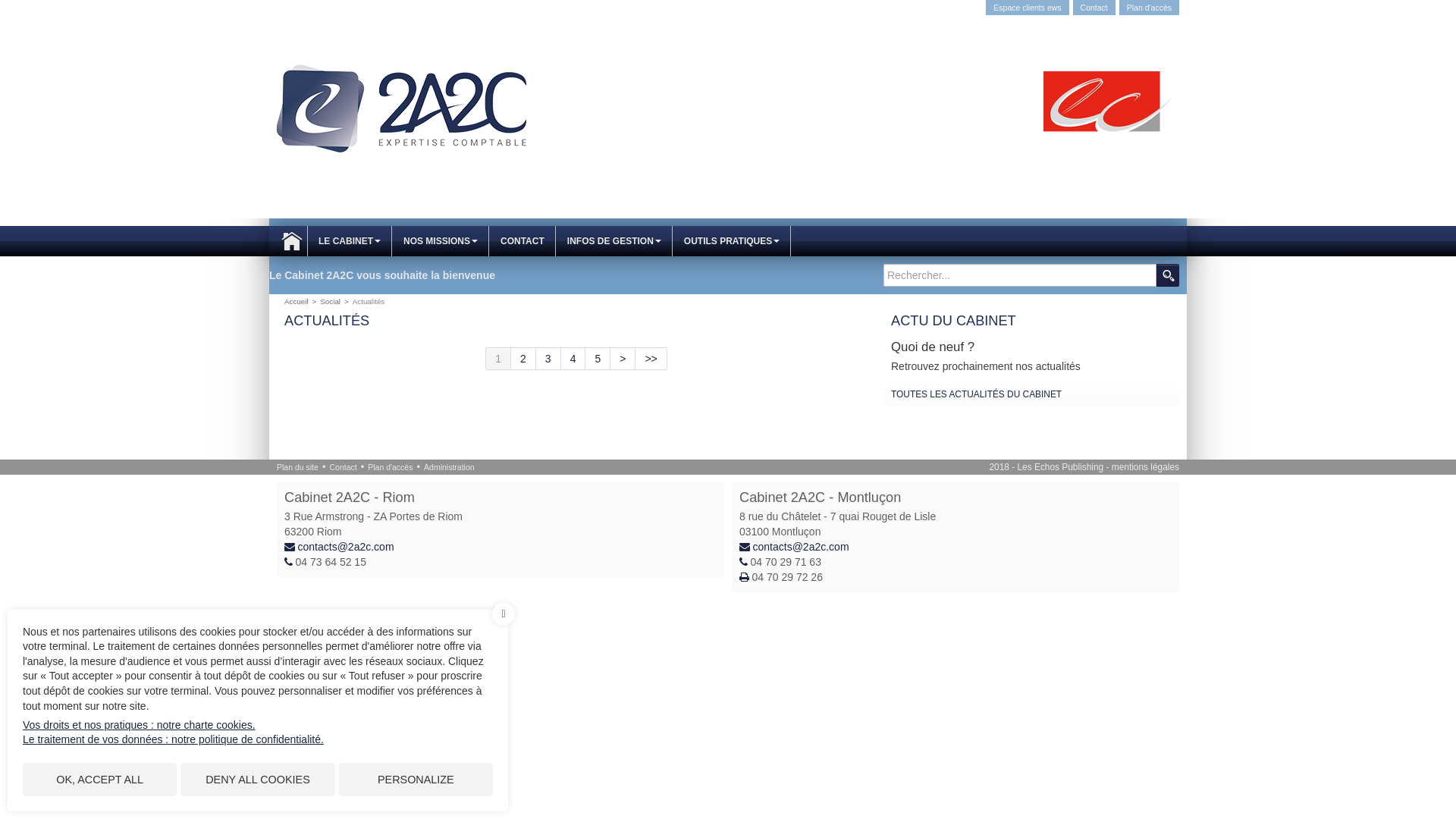 The height and width of the screenshot is (819, 1456). I want to click on 'contacts@2a2c.com', so click(344, 547).